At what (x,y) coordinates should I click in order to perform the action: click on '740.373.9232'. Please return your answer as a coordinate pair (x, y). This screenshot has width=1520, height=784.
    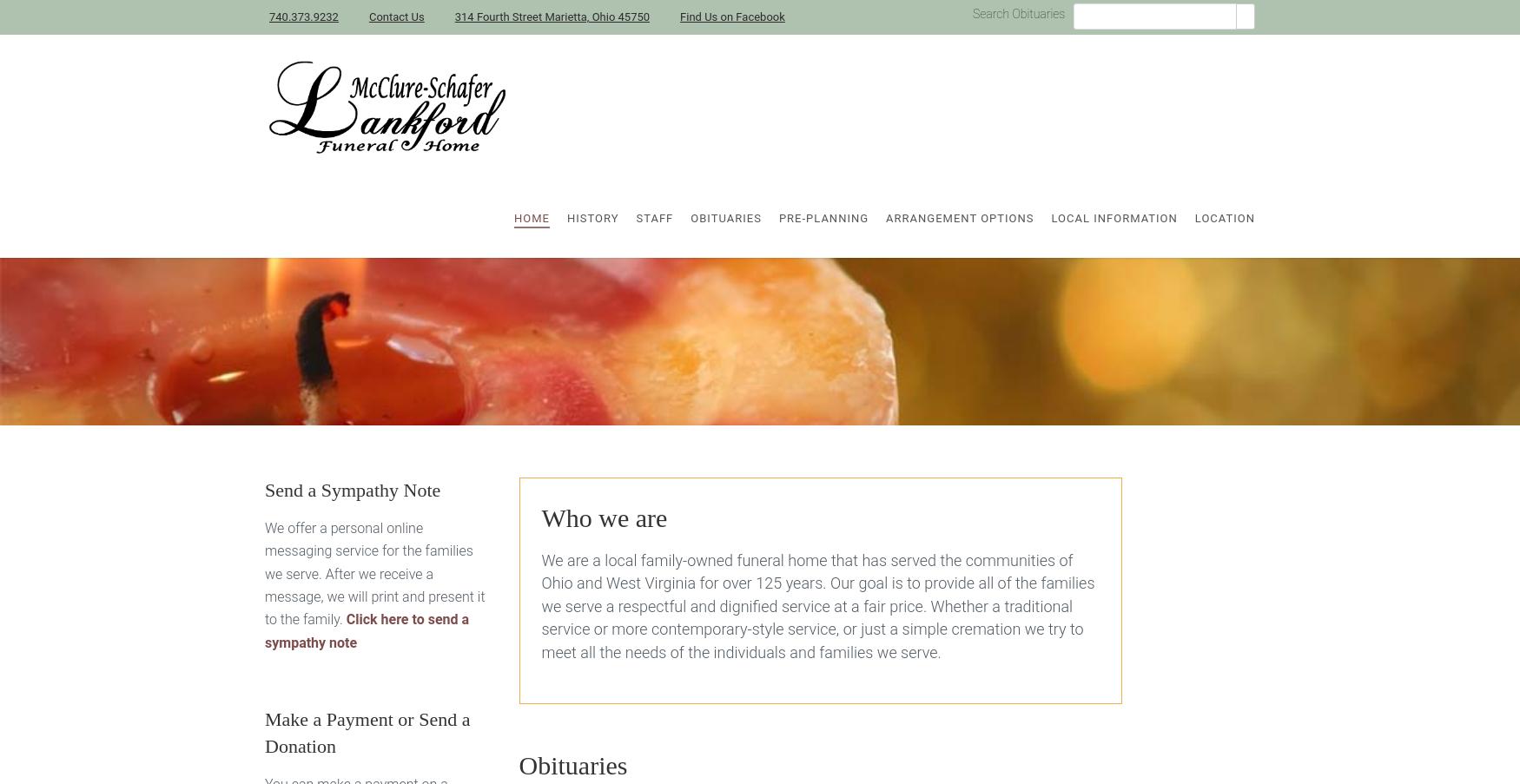
    Looking at the image, I should click on (303, 16).